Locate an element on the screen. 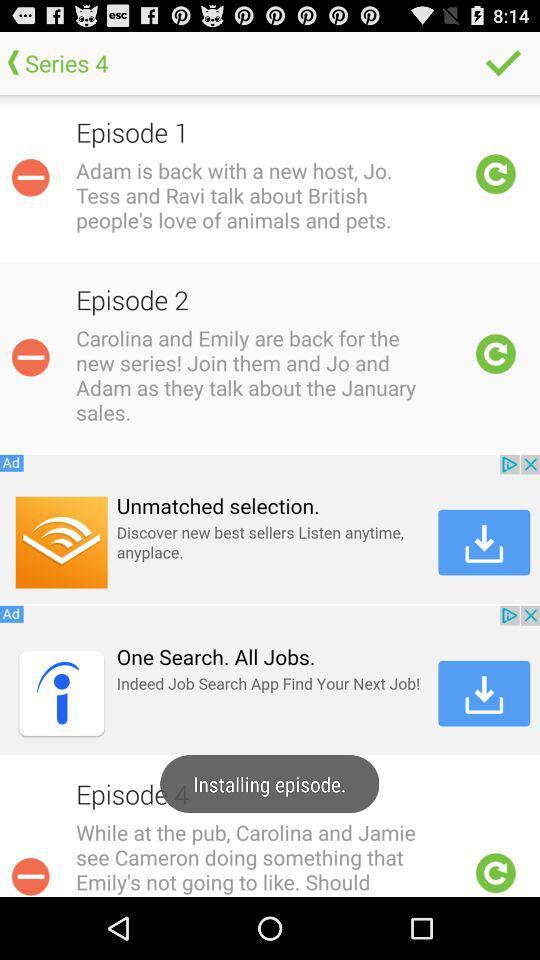  first advertisement is located at coordinates (270, 528).